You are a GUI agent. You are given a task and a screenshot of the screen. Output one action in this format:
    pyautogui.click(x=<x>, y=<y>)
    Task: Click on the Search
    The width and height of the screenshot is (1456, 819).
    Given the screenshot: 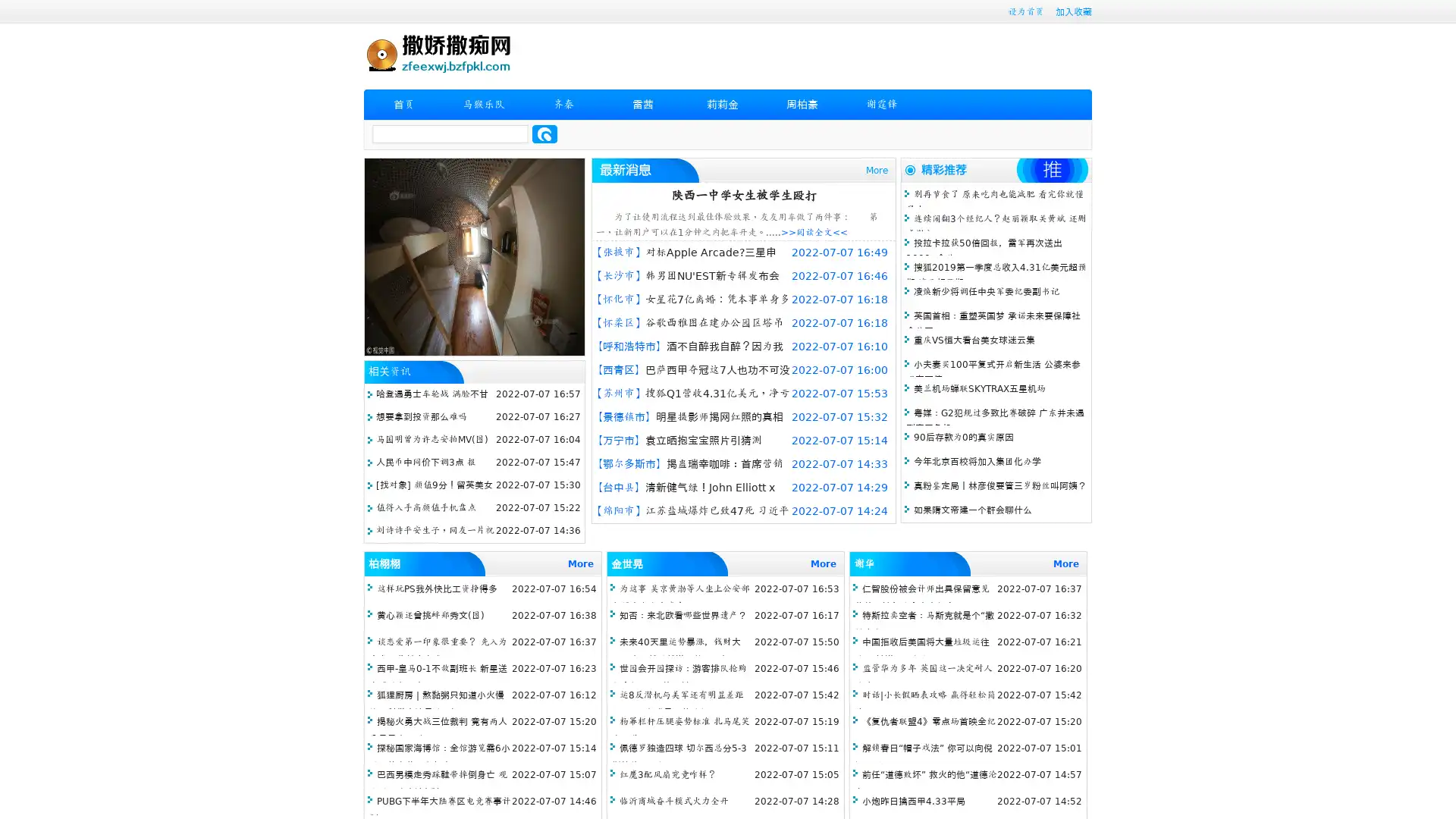 What is the action you would take?
    pyautogui.click(x=544, y=133)
    